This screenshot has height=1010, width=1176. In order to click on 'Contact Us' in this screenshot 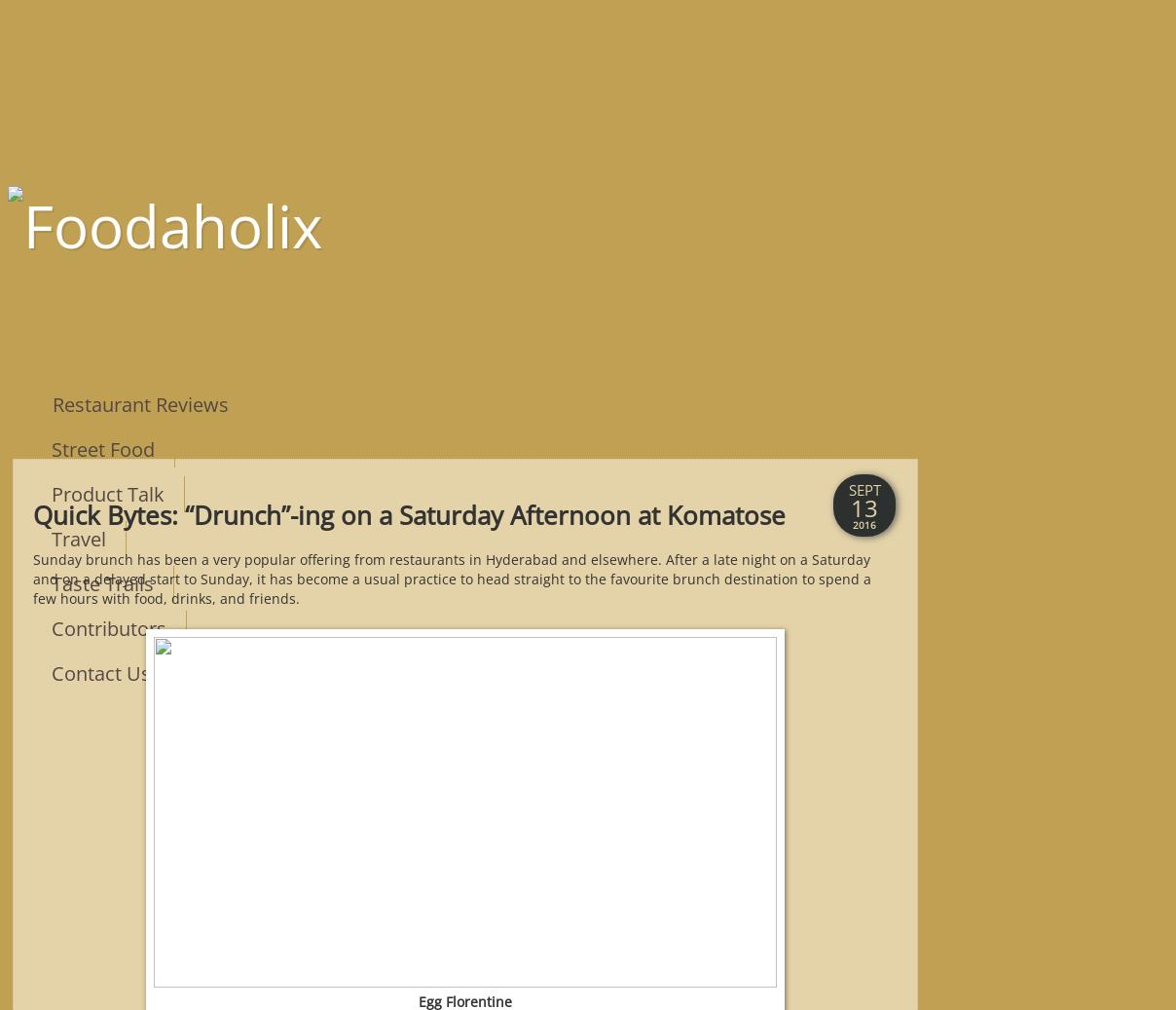, I will do `click(100, 672)`.